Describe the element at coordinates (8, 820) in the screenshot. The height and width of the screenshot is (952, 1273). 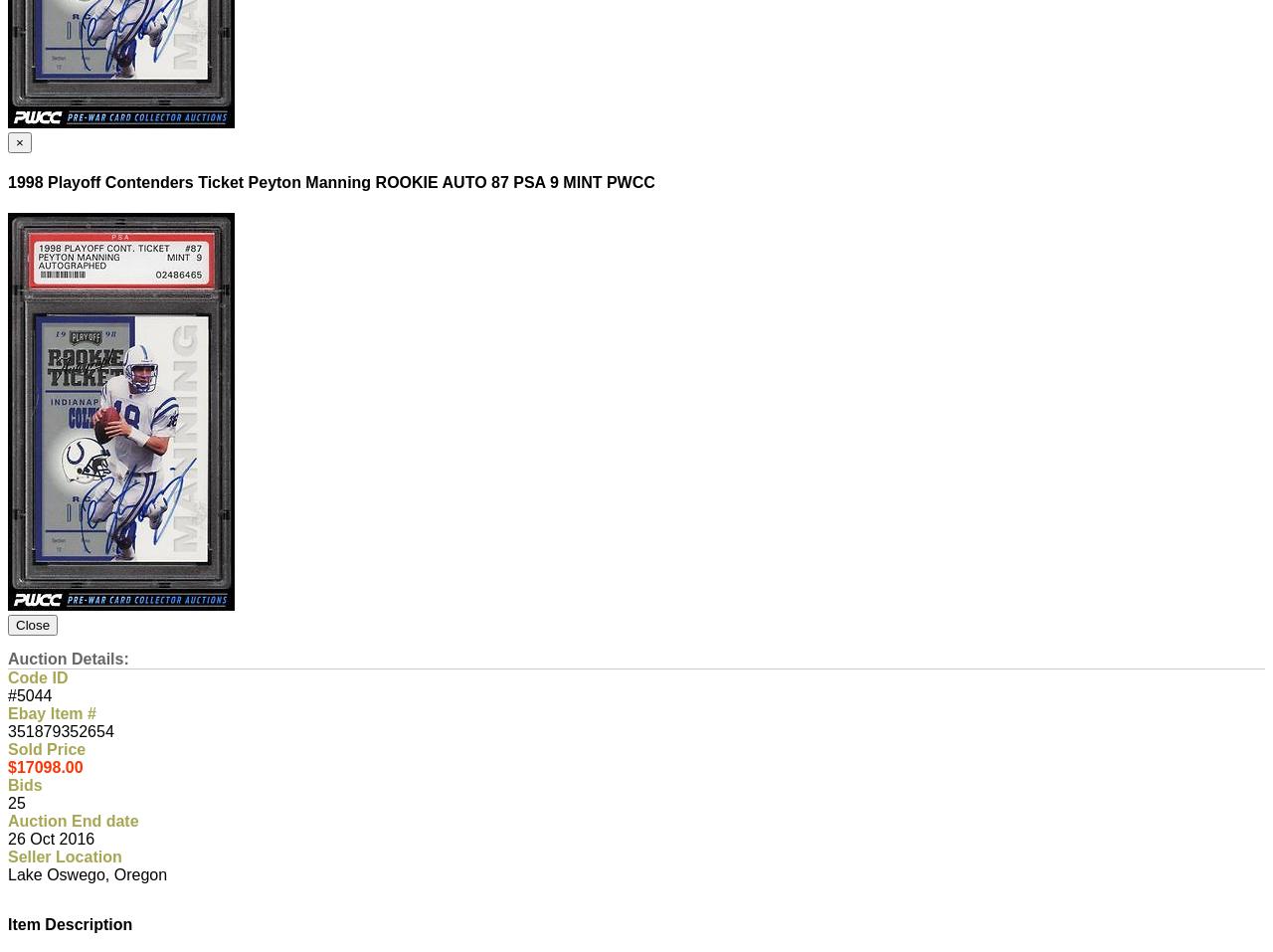
I see `'Auction End date'` at that location.